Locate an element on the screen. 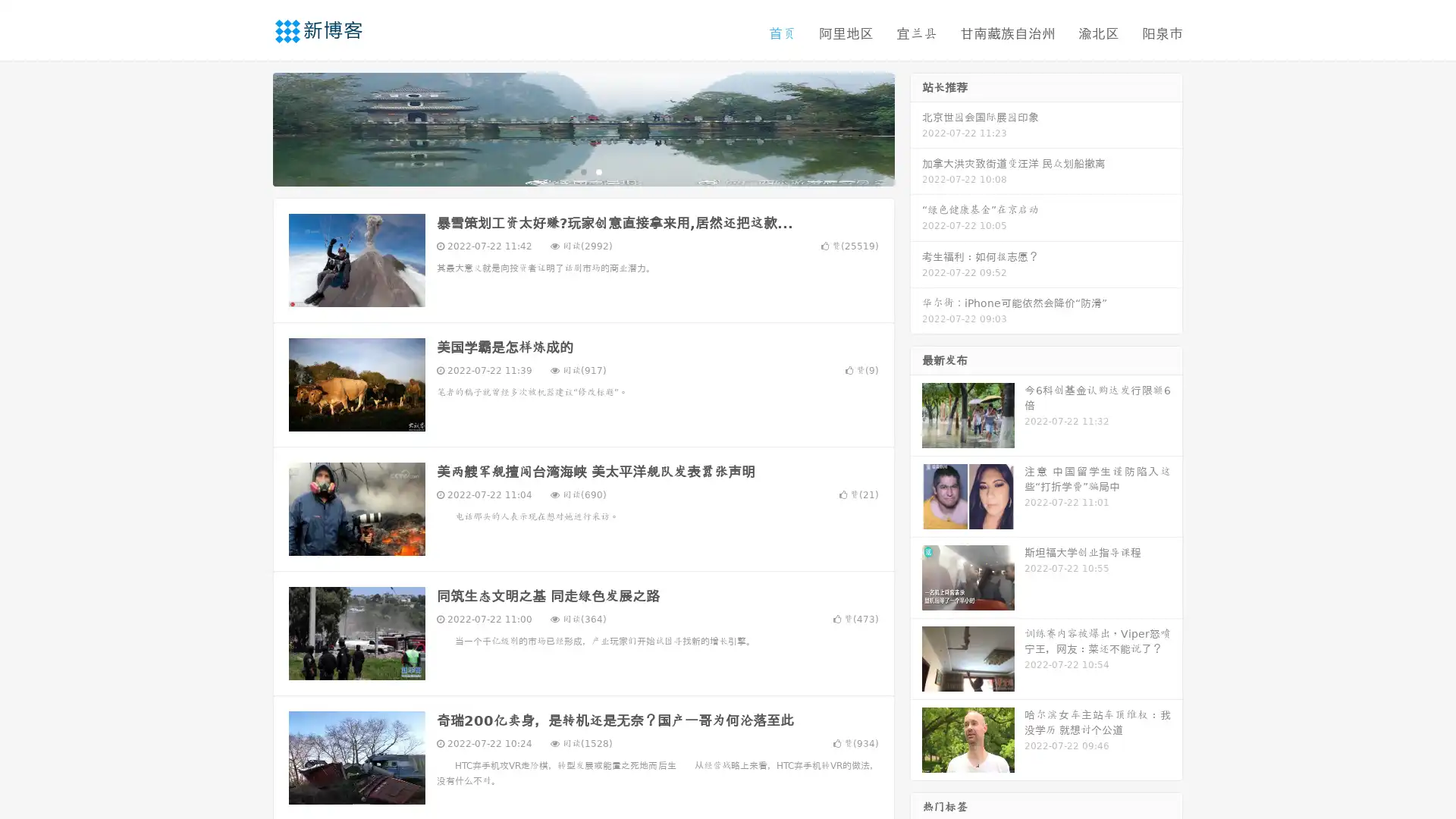 Image resolution: width=1456 pixels, height=819 pixels. Go to slide 3 is located at coordinates (598, 171).